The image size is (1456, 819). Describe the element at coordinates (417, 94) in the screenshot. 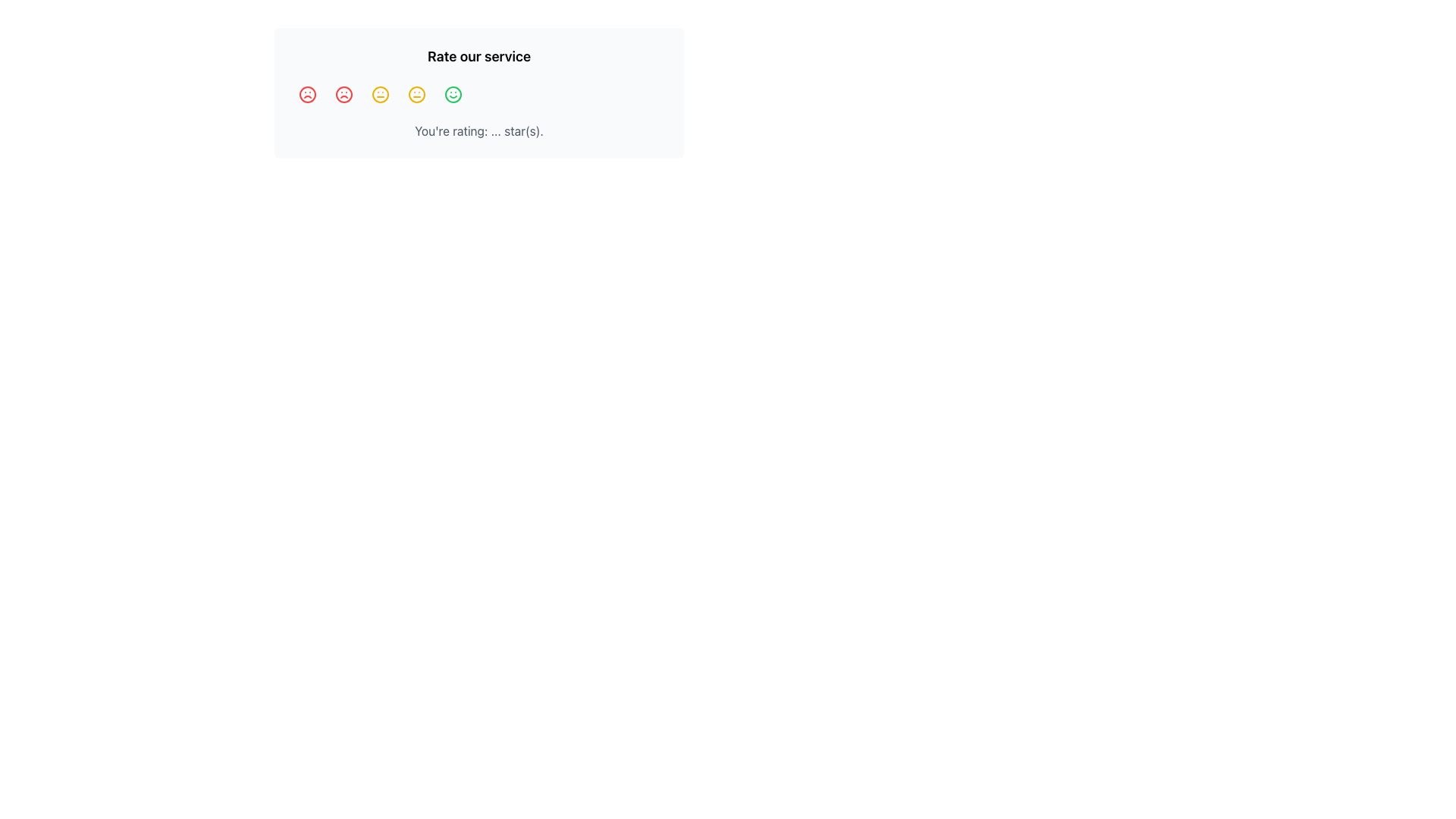

I see `the fourth icon in the horizontal row of five rating options` at that location.